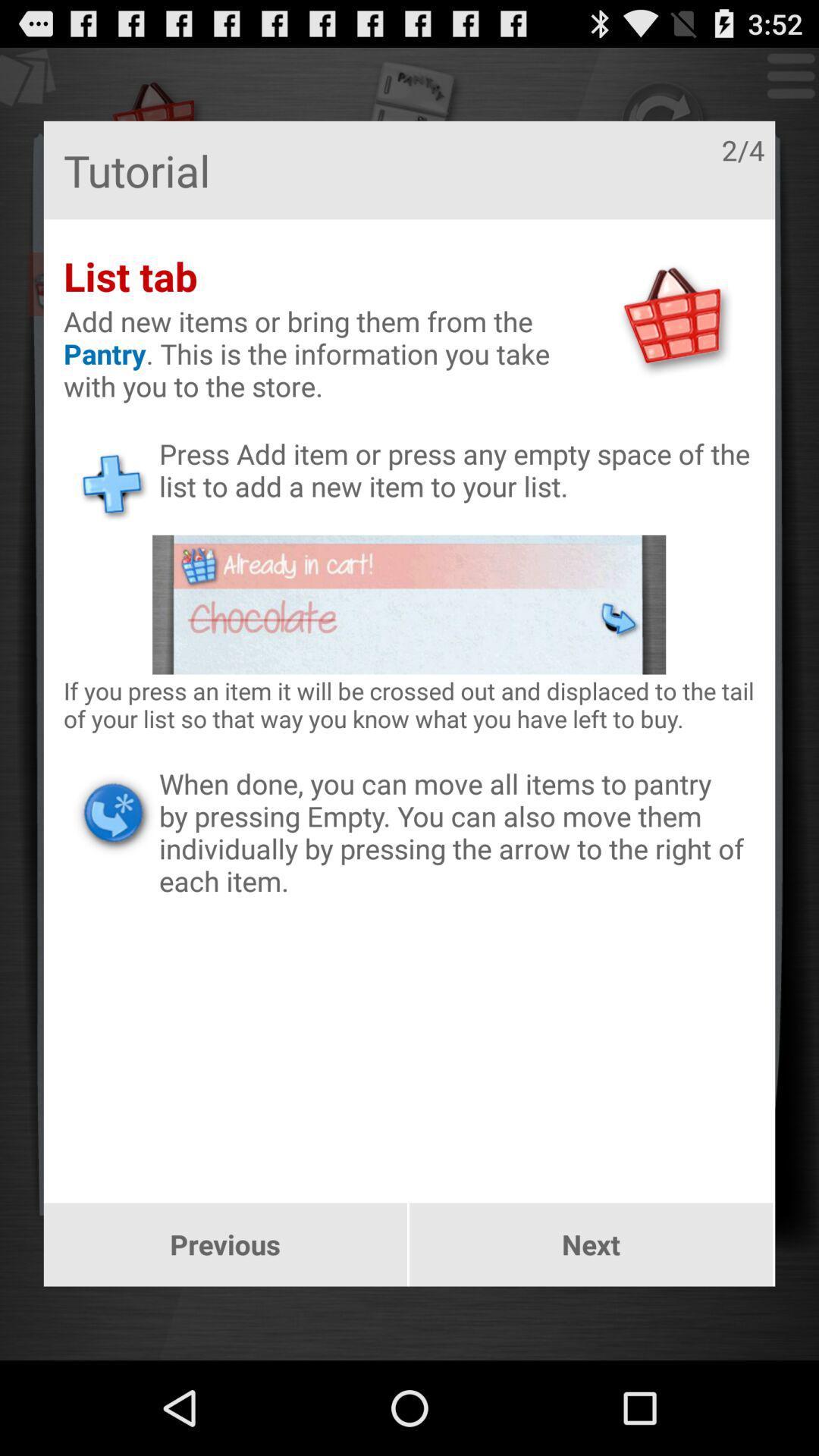  What do you see at coordinates (590, 1244) in the screenshot?
I see `button next to previous` at bounding box center [590, 1244].